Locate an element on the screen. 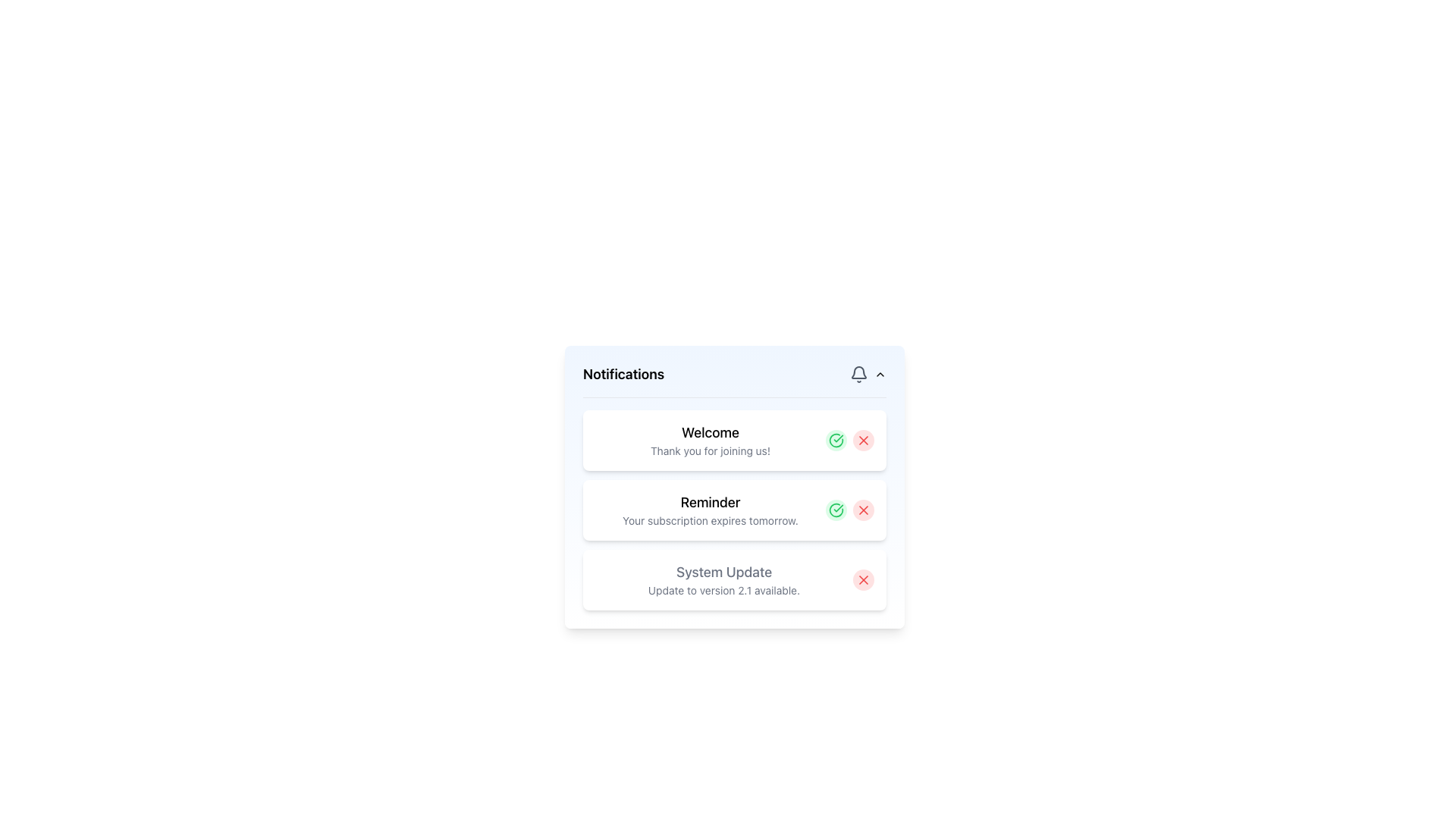  the third Informational Notification Box that informs the user about a system update available, which is located below the 'Reminder' box is located at coordinates (735, 579).